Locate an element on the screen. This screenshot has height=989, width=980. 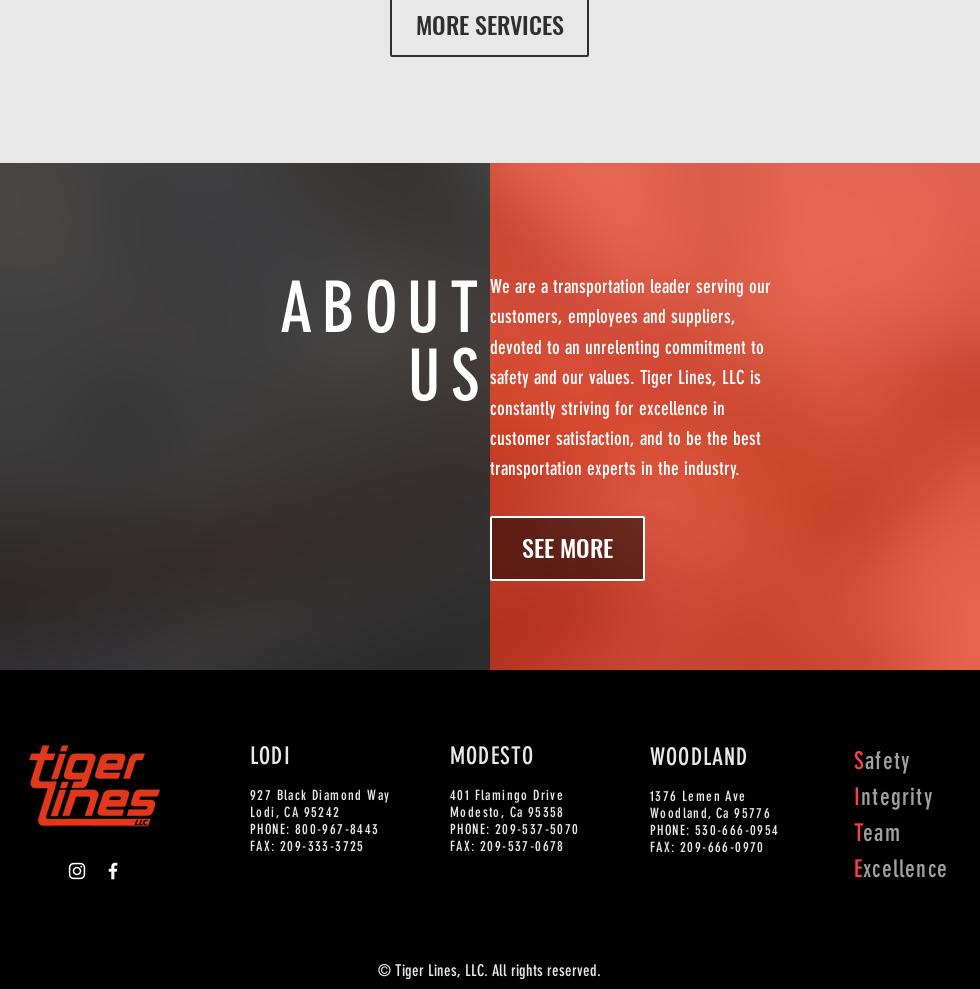
'US' is located at coordinates (448, 375).